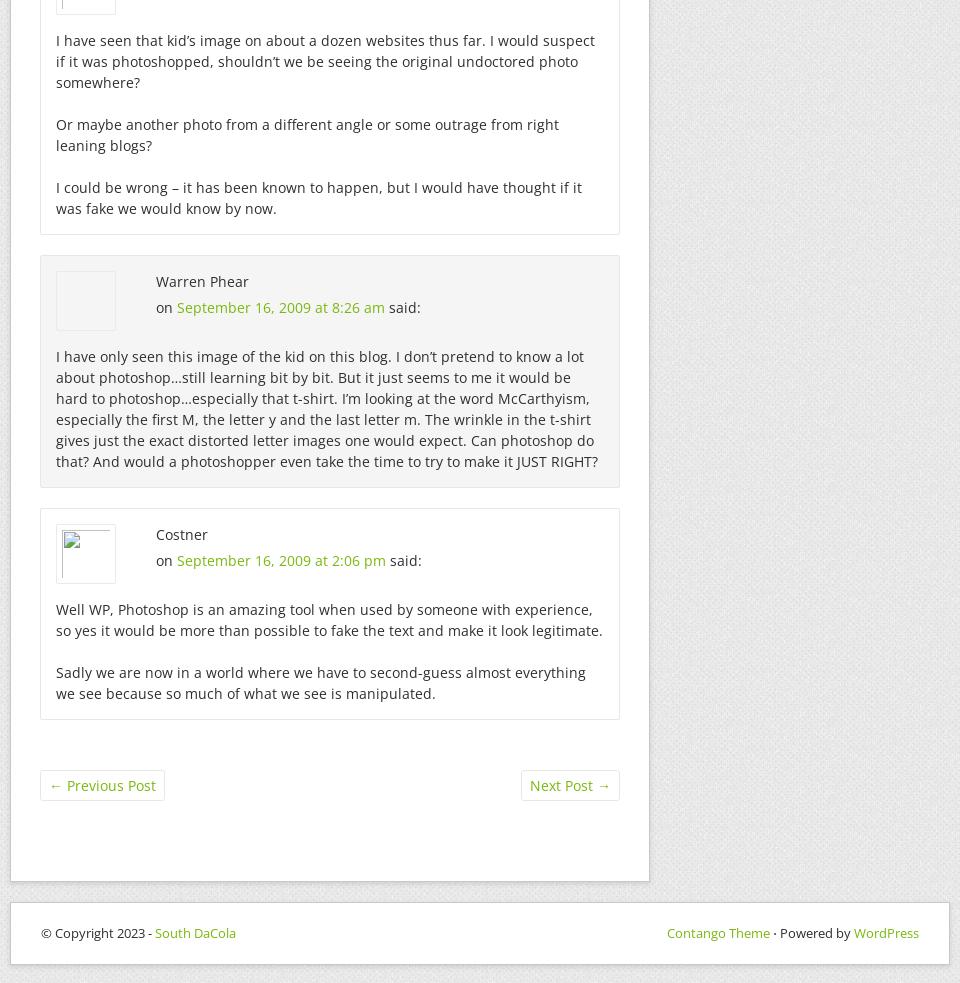  Describe the element at coordinates (326, 408) in the screenshot. I see `'I have only seen this image of the kid on this blog. I don’t pretend to know a lot about photoshop…still learning bit by bit. But it just seems to me it would be hard to photoshop…especially that t-shirt. I’m looking at the word McCarthyism, especially the first M, the letter y and the last letter m. The wrinkle in the t-shirt gives just the exact distorted letter images one would expect. Can photoshop do that? And would a photoshopper even take the time to try to make it JUST RIGHT?'` at that location.